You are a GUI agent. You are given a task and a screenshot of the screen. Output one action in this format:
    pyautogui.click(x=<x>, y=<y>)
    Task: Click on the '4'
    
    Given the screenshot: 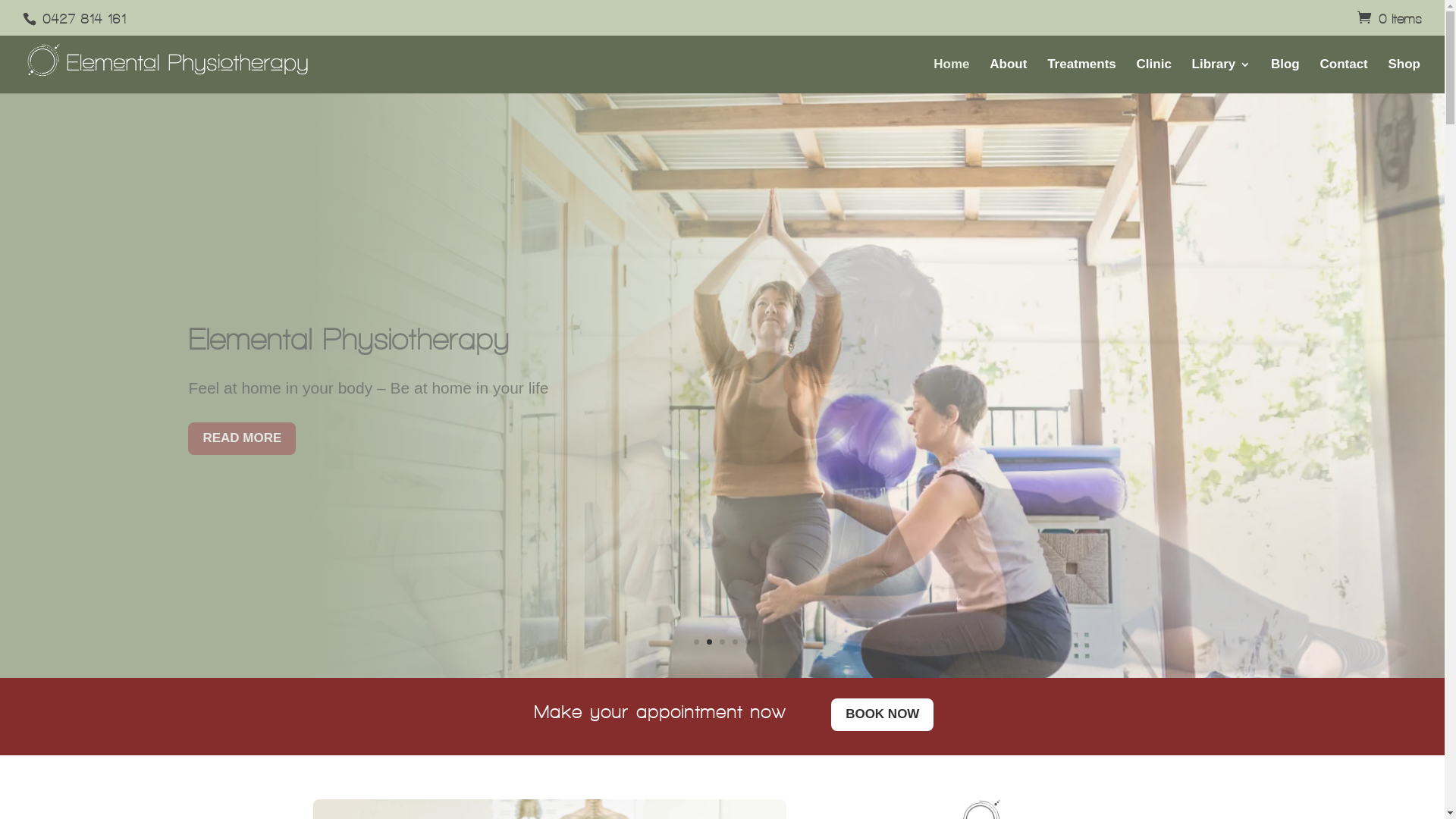 What is the action you would take?
    pyautogui.click(x=735, y=642)
    